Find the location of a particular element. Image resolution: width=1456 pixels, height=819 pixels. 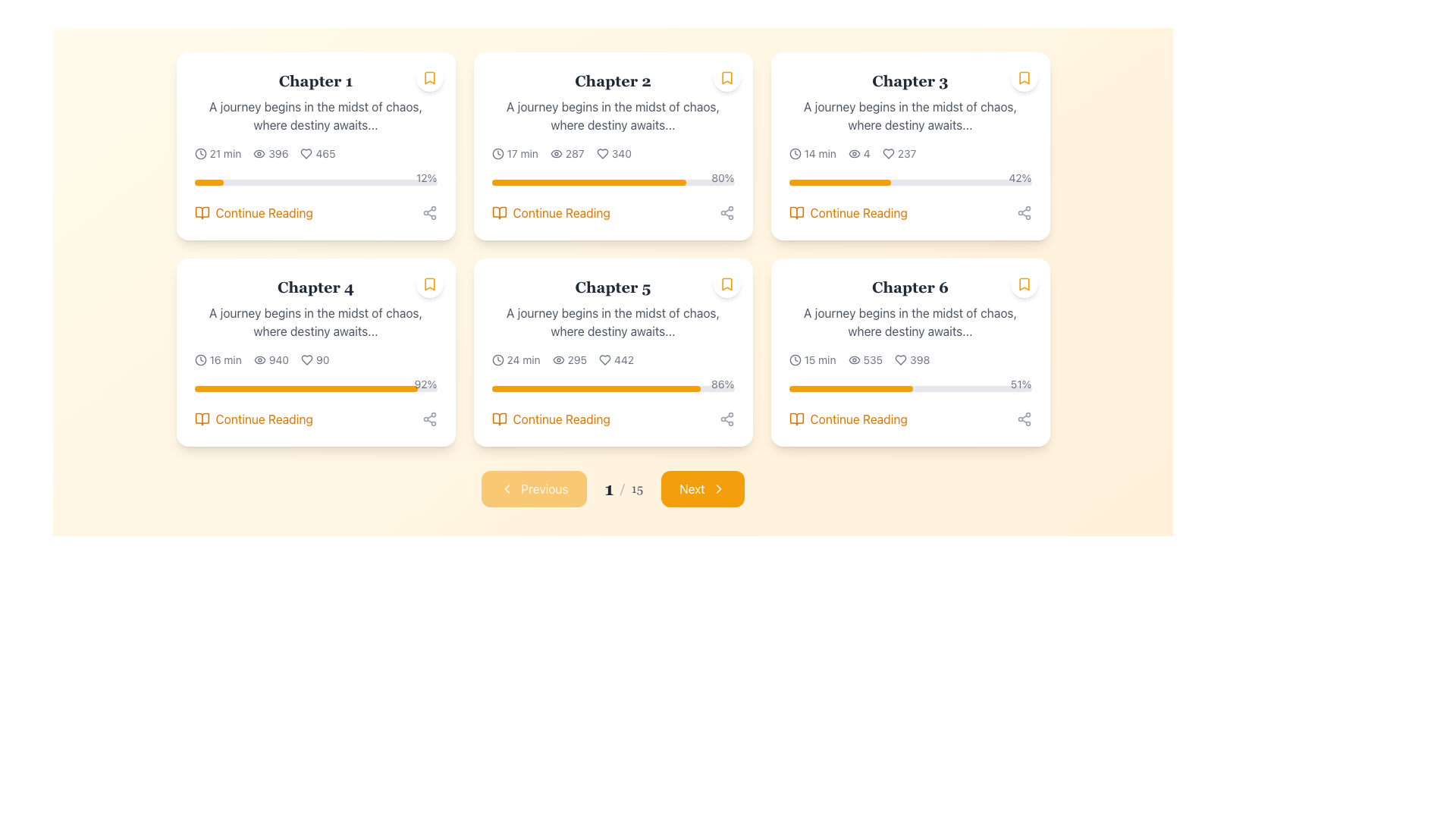

the button-like link at the bottom right of the 'Chapter 1' card is located at coordinates (315, 213).